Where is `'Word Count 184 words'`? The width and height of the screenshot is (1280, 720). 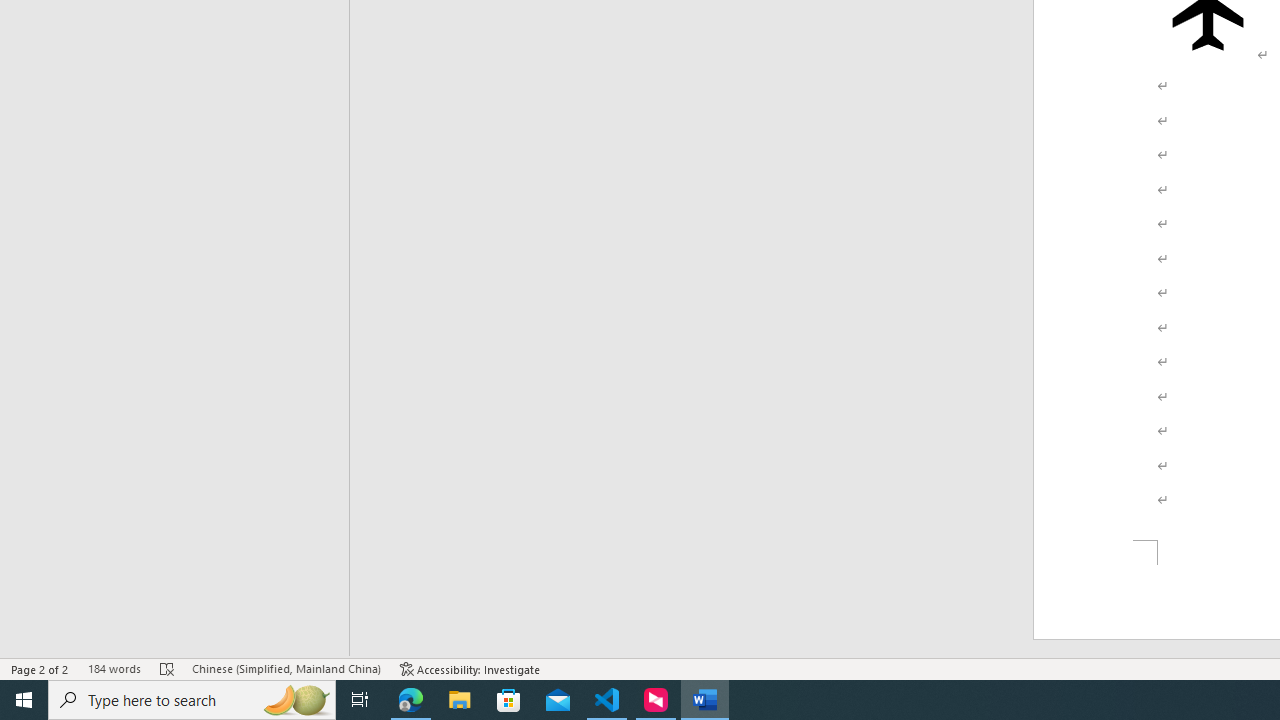 'Word Count 184 words' is located at coordinates (112, 669).